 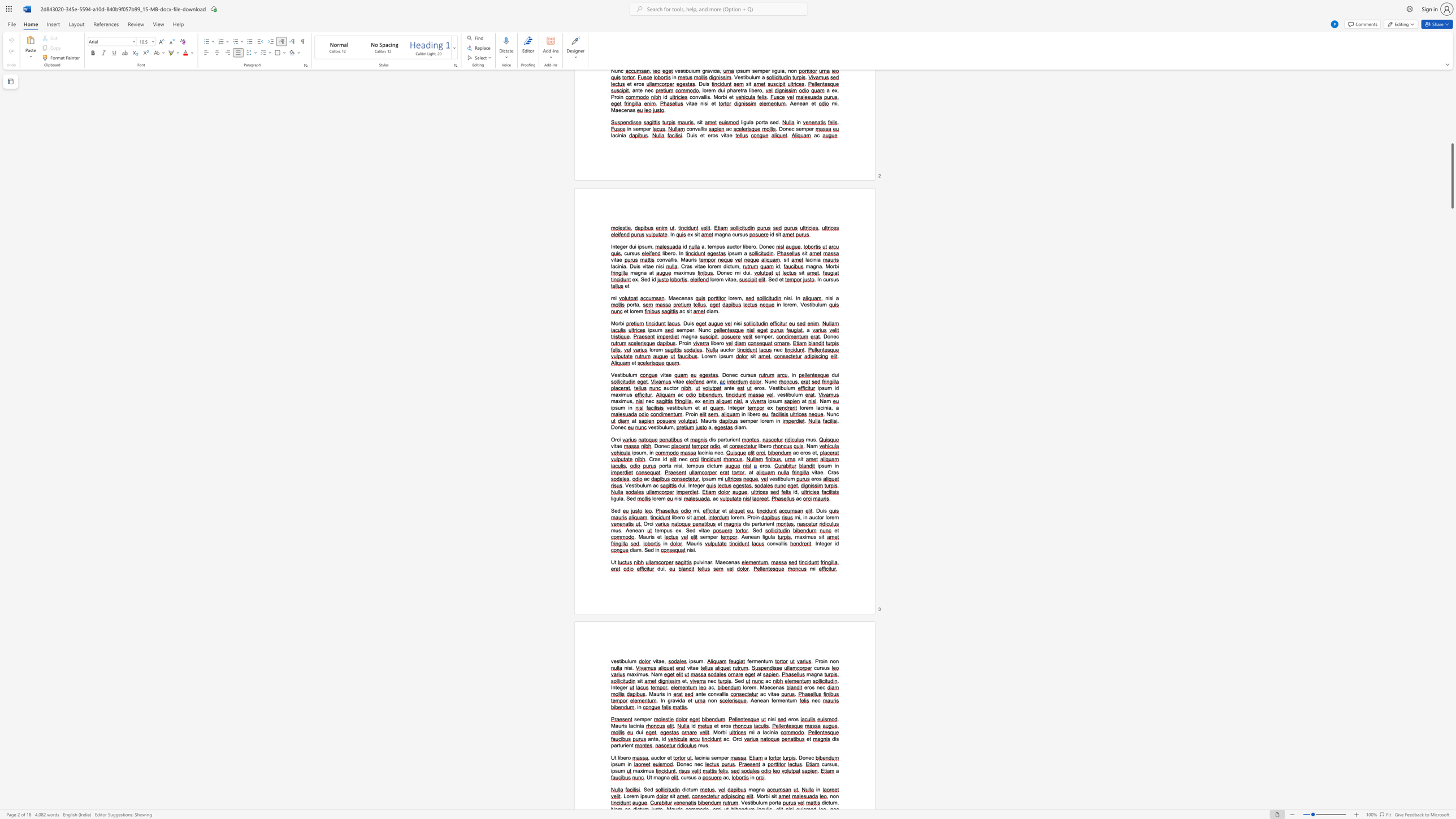 What do you see at coordinates (658, 673) in the screenshot?
I see `the space between the continuous character "a" and "m" in the text` at bounding box center [658, 673].